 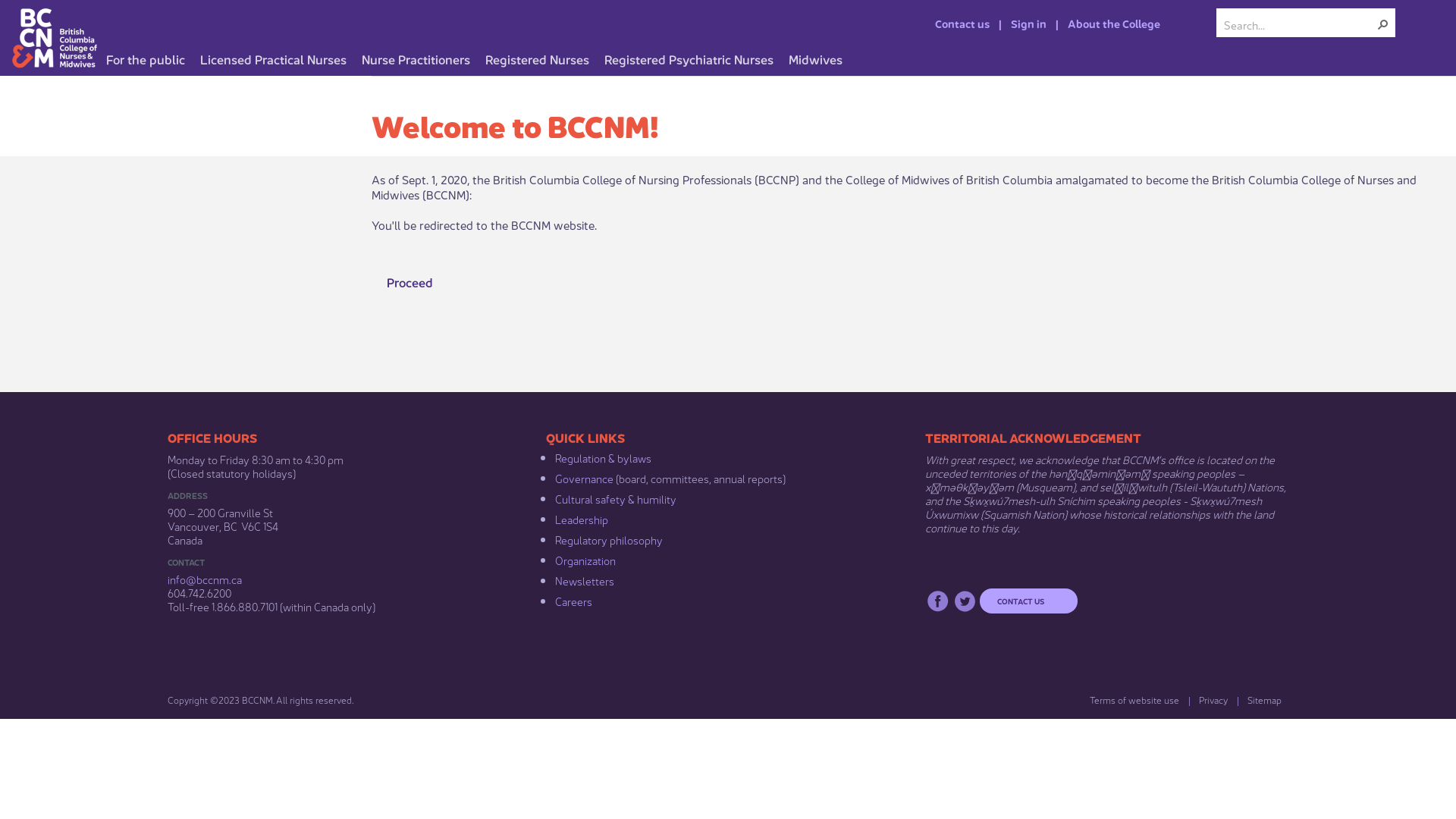 What do you see at coordinates (615, 497) in the screenshot?
I see `'Cultural safety & humility'` at bounding box center [615, 497].